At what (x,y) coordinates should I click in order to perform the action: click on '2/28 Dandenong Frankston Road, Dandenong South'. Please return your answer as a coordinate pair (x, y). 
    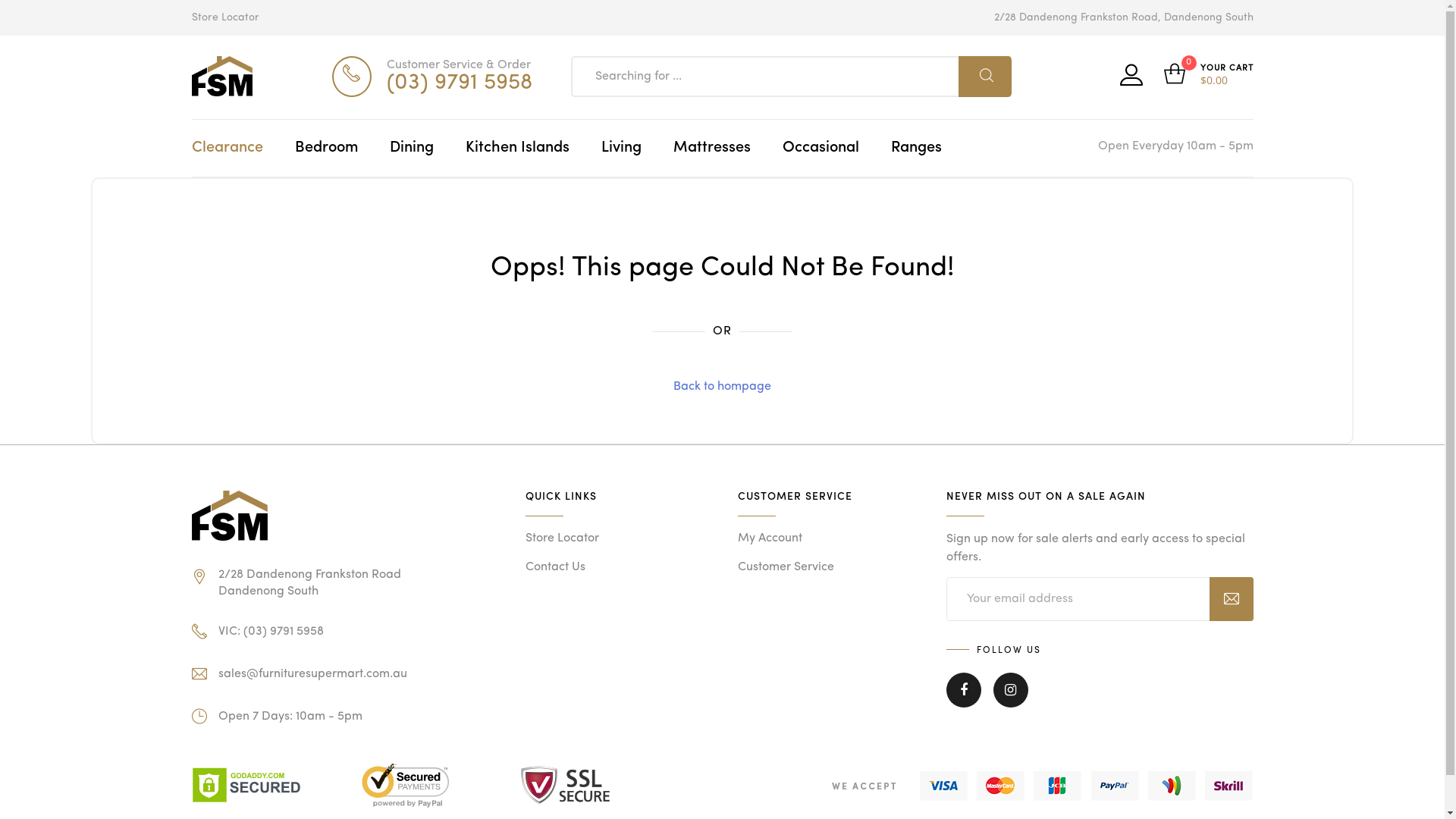
    Looking at the image, I should click on (1123, 17).